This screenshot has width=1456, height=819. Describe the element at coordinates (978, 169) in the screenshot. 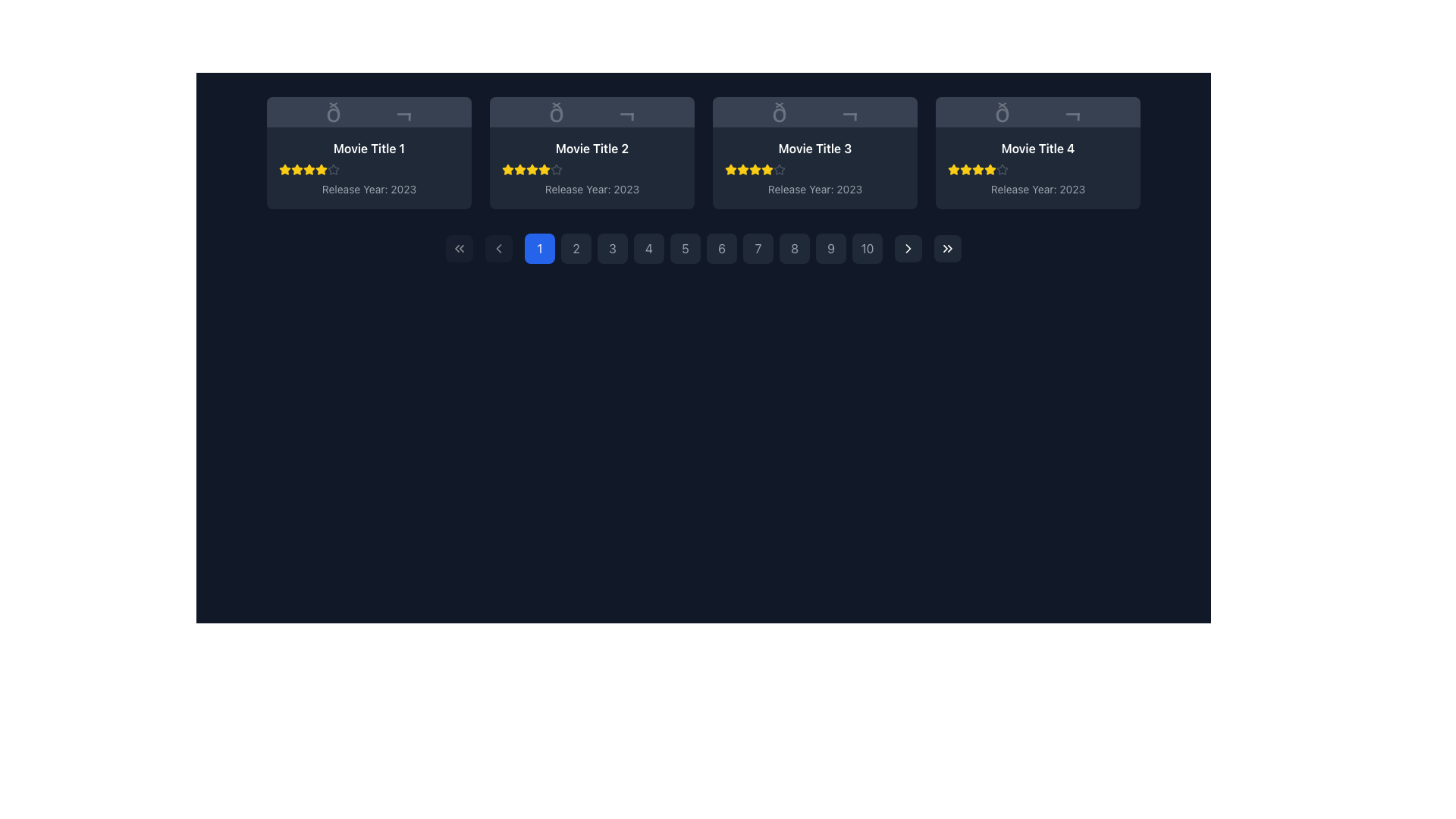

I see `the yellow star icon located in the rating section next to 'Movie Title 4', which is the fifth star in a row of six stars` at that location.